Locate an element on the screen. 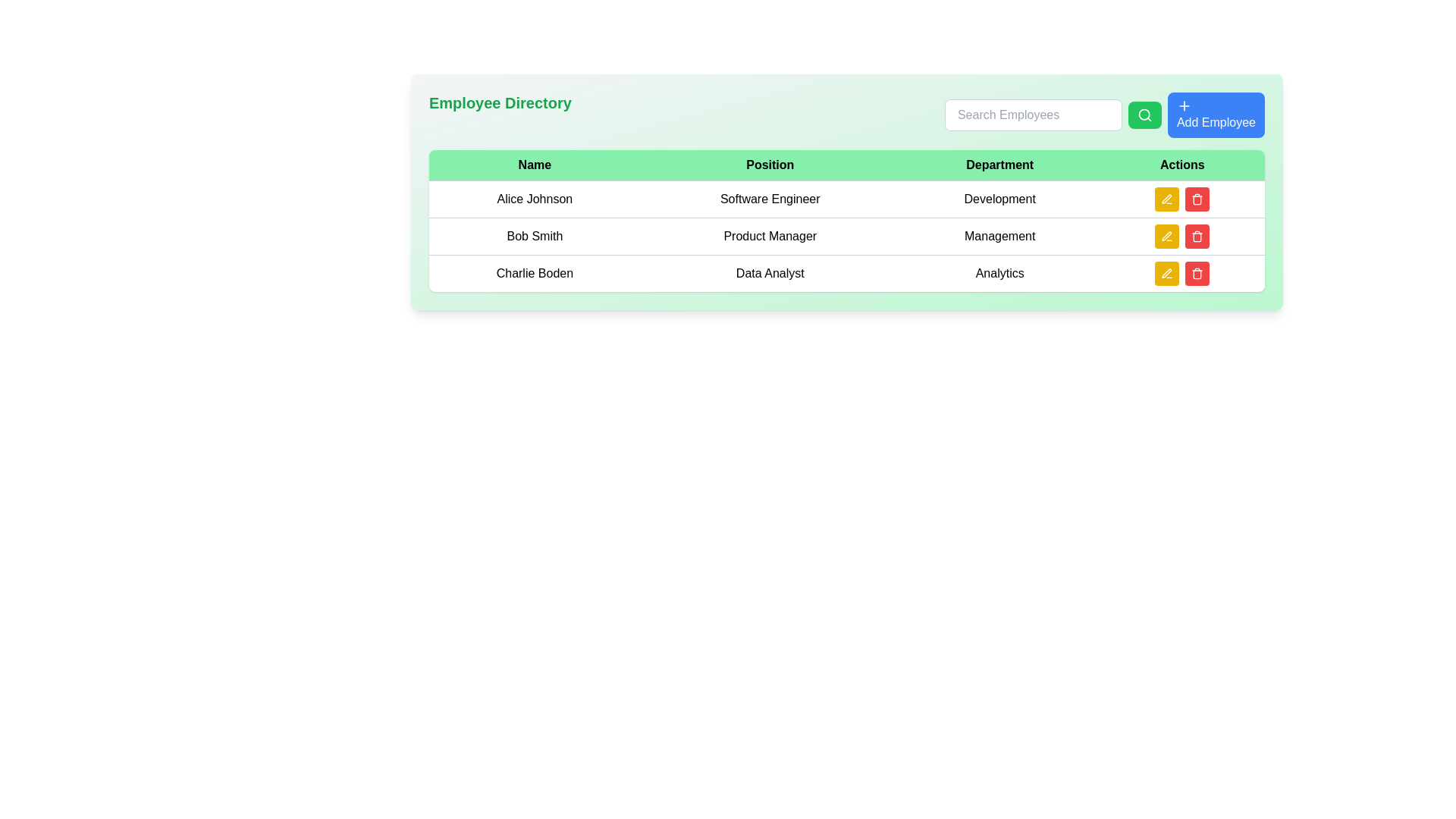  the delete button represented by a trash bin icon, which is the second button in the 'Actions' column of the last row of the employee table is located at coordinates (1197, 274).